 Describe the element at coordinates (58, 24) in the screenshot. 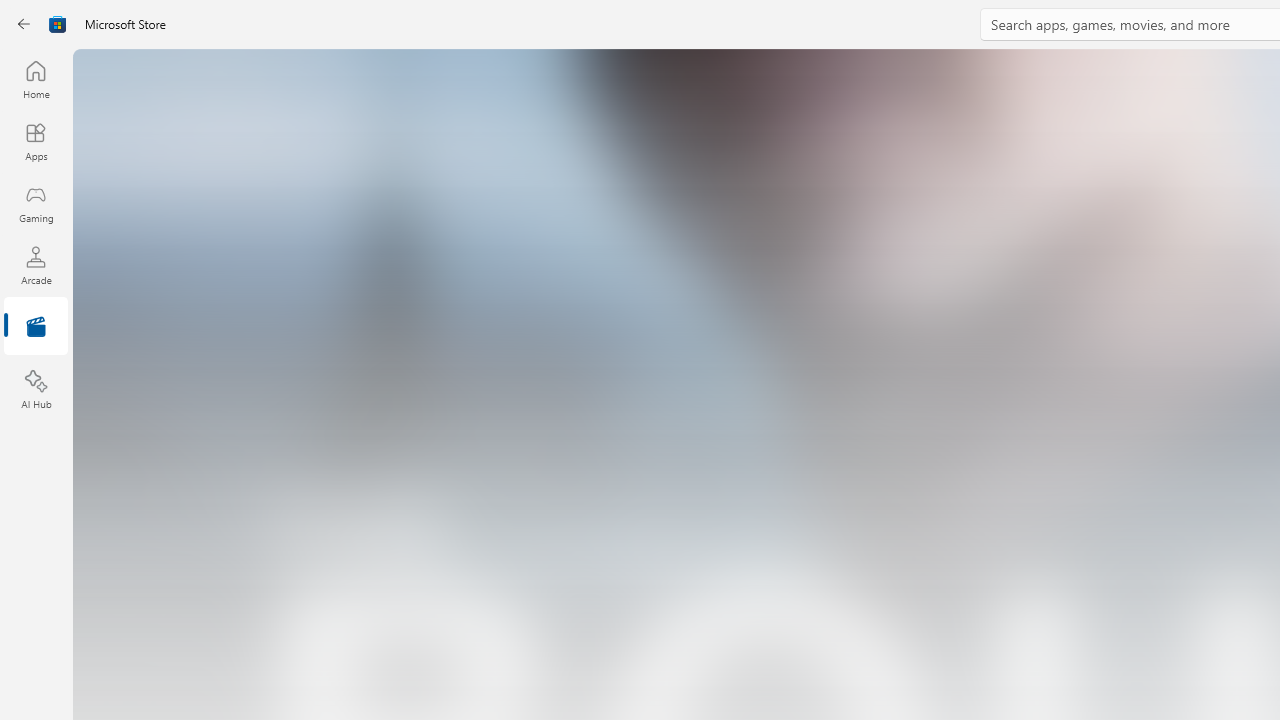

I see `'Class: Image'` at that location.